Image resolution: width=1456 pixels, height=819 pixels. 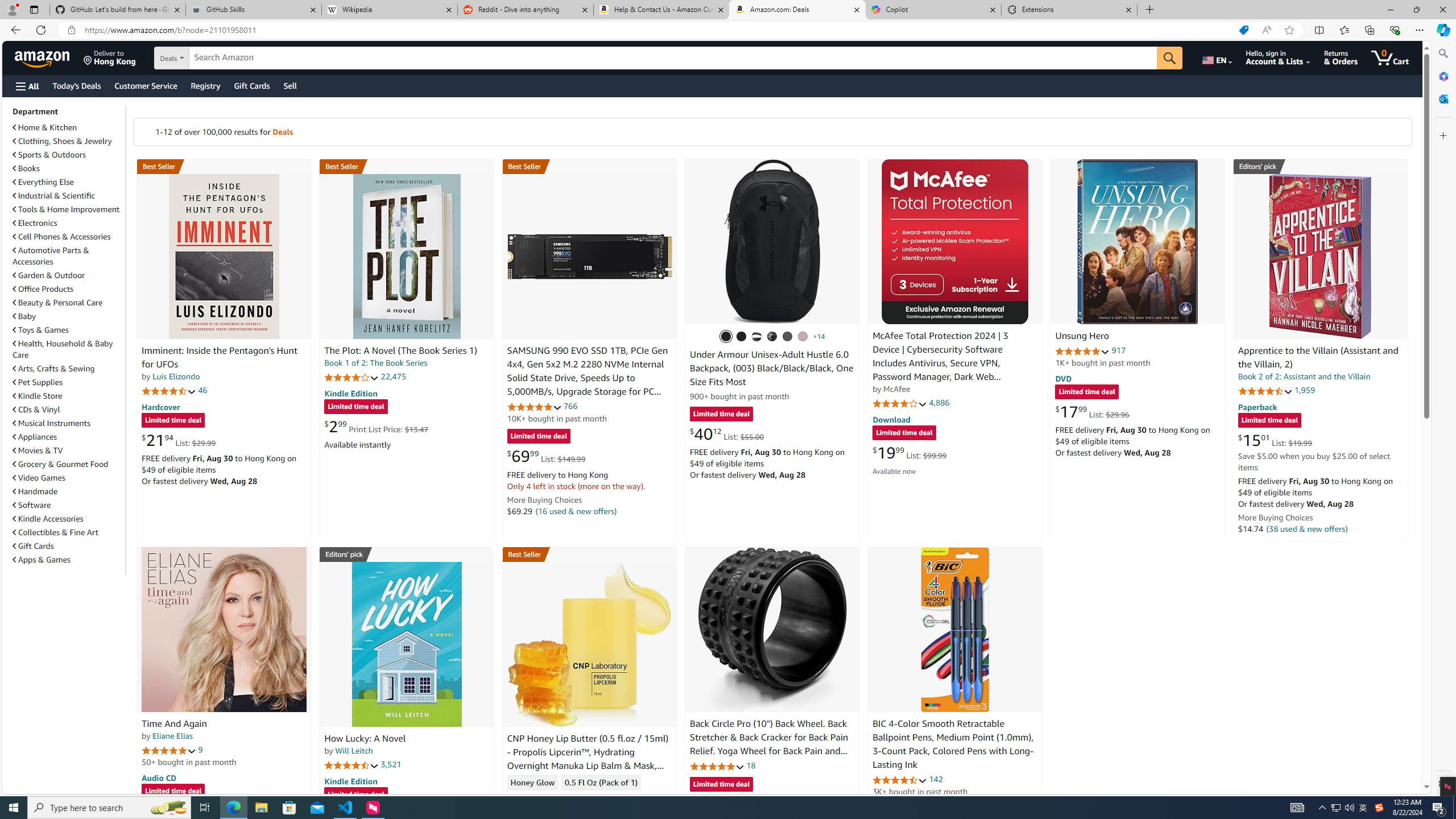 I want to click on 'Health, Household & Baby Care', so click(x=67, y=348).